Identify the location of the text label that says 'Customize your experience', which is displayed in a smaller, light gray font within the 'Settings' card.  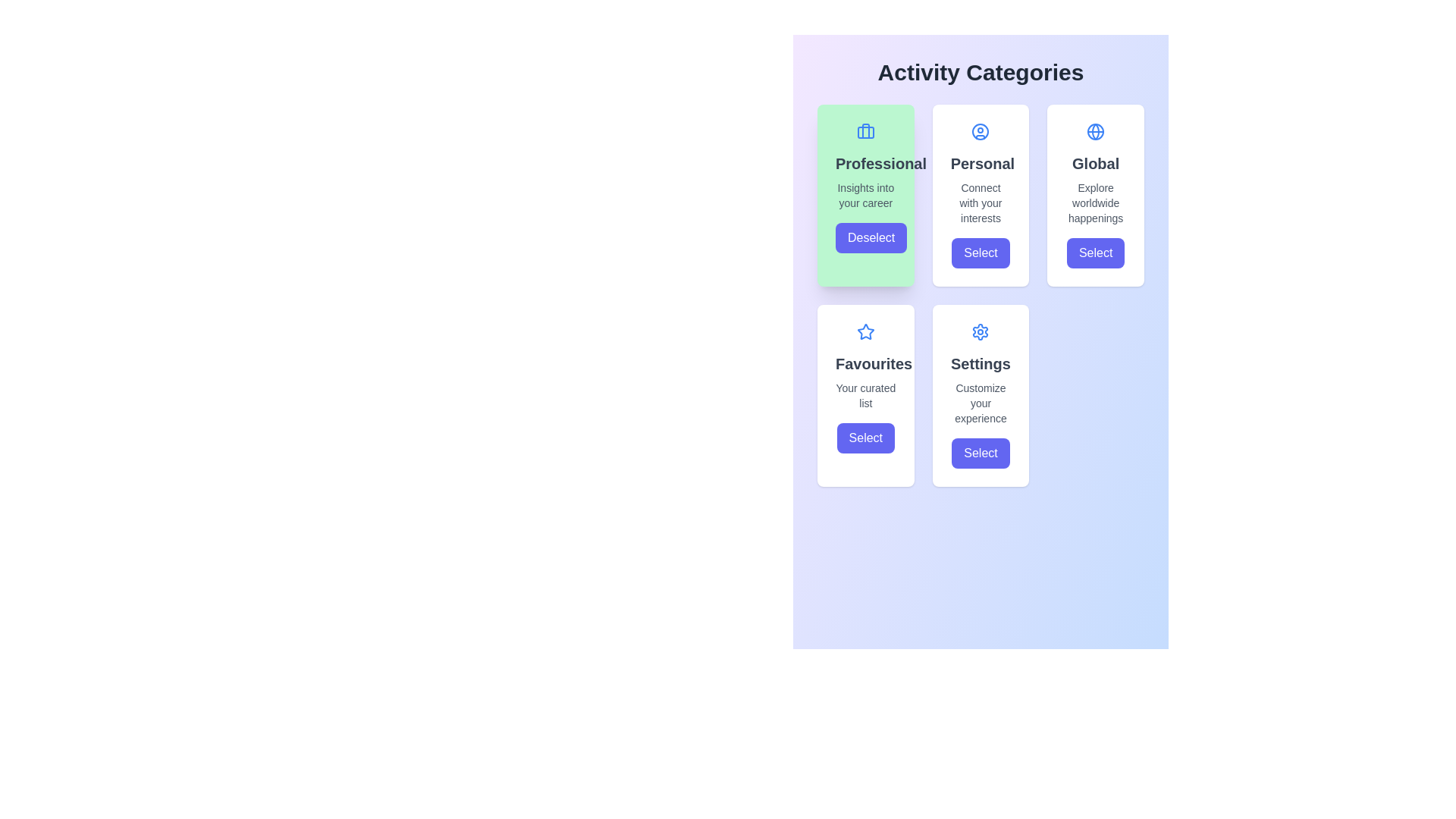
(981, 403).